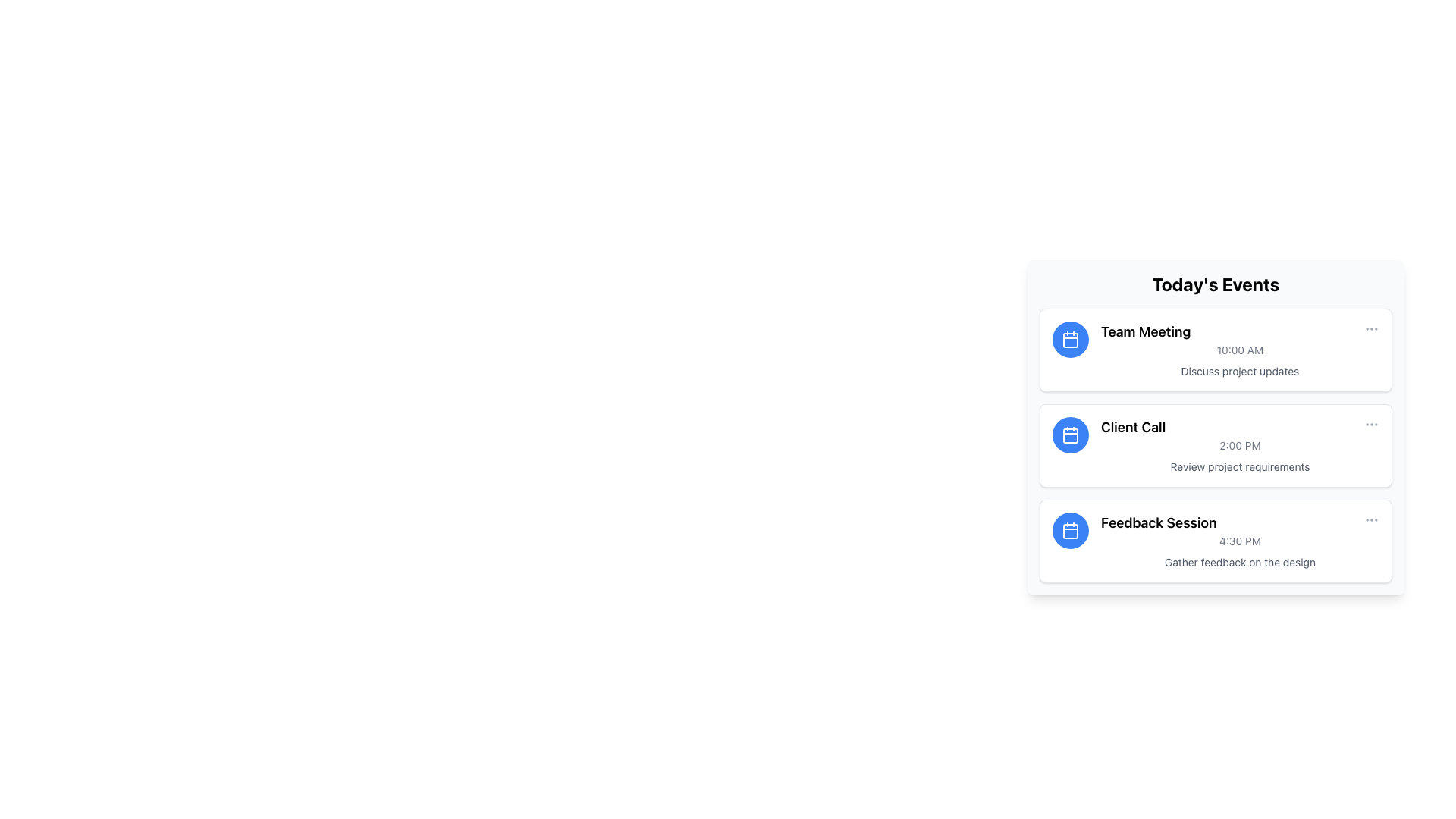 This screenshot has width=1456, height=819. I want to click on the Text Label indicating 'Feedback Session' located in the bottom section of the list item under 'Today's Events', so click(1158, 522).